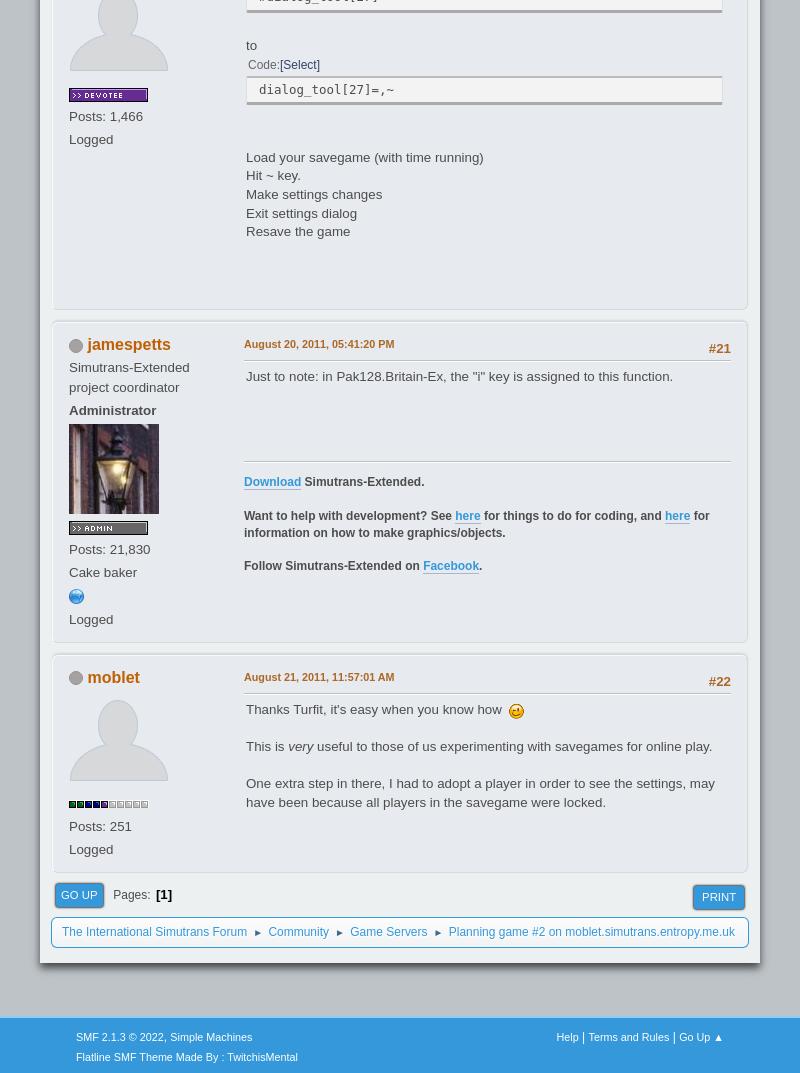 The width and height of the screenshot is (800, 1073). What do you see at coordinates (300, 212) in the screenshot?
I see `'Exit settings dialog'` at bounding box center [300, 212].